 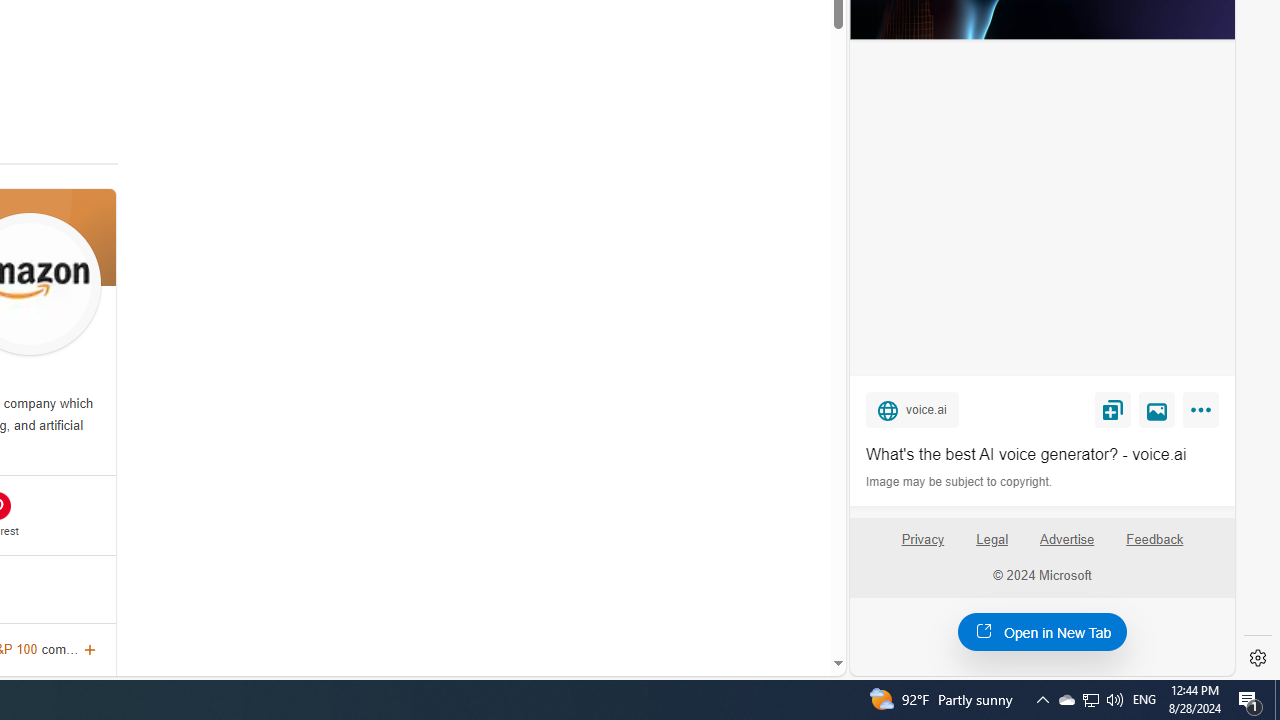 I want to click on 'View image', so click(x=1157, y=408).